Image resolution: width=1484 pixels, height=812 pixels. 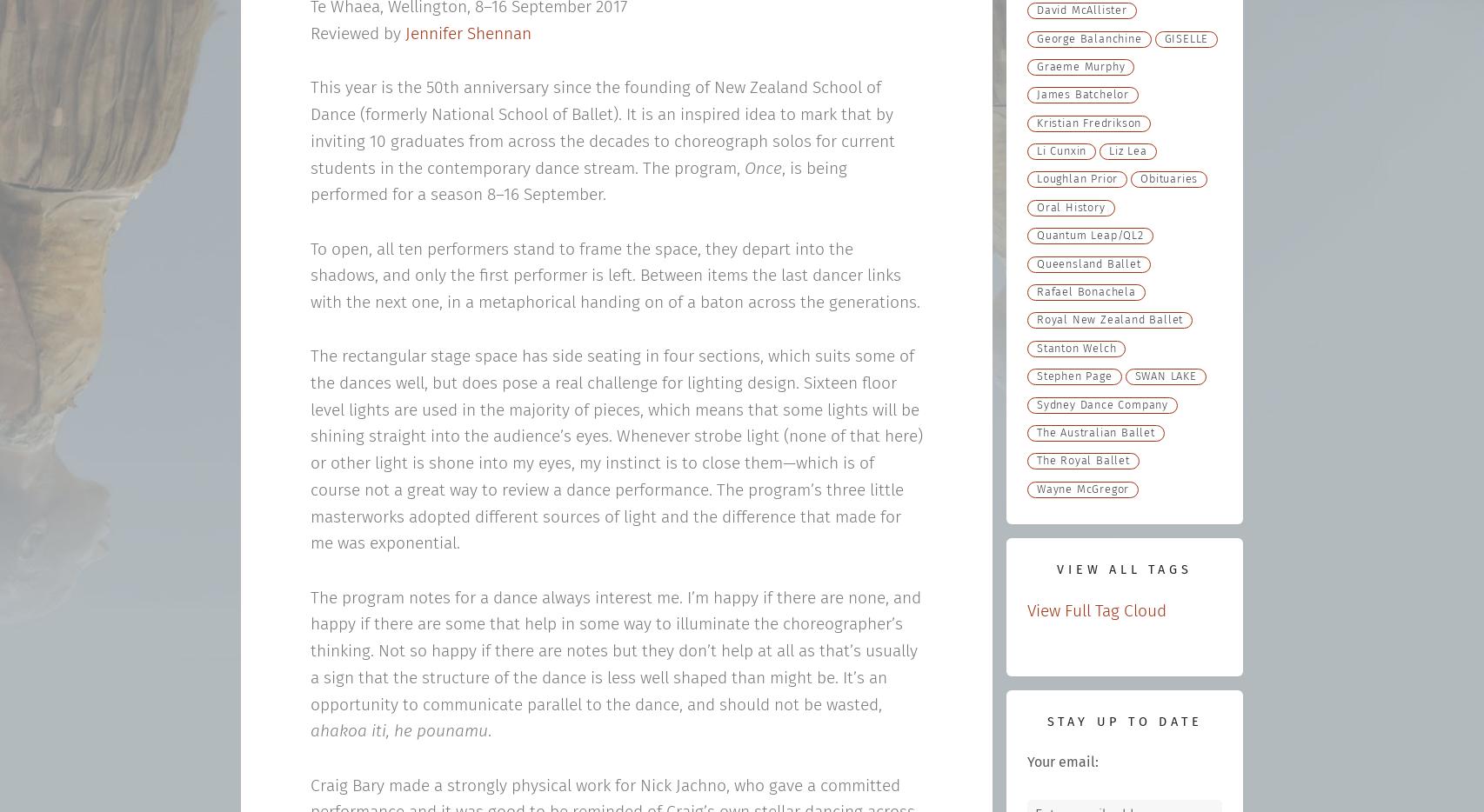 What do you see at coordinates (601, 128) in the screenshot?
I see `'This year is the 50th anniversary since the founding of New Zealand School of Dance (formerly National School of Ballet). It is an inspired idea to mark that by inviting 10 graduates from across the decades to choreograph solos for current students in the contemporary dance stream. The program,'` at bounding box center [601, 128].